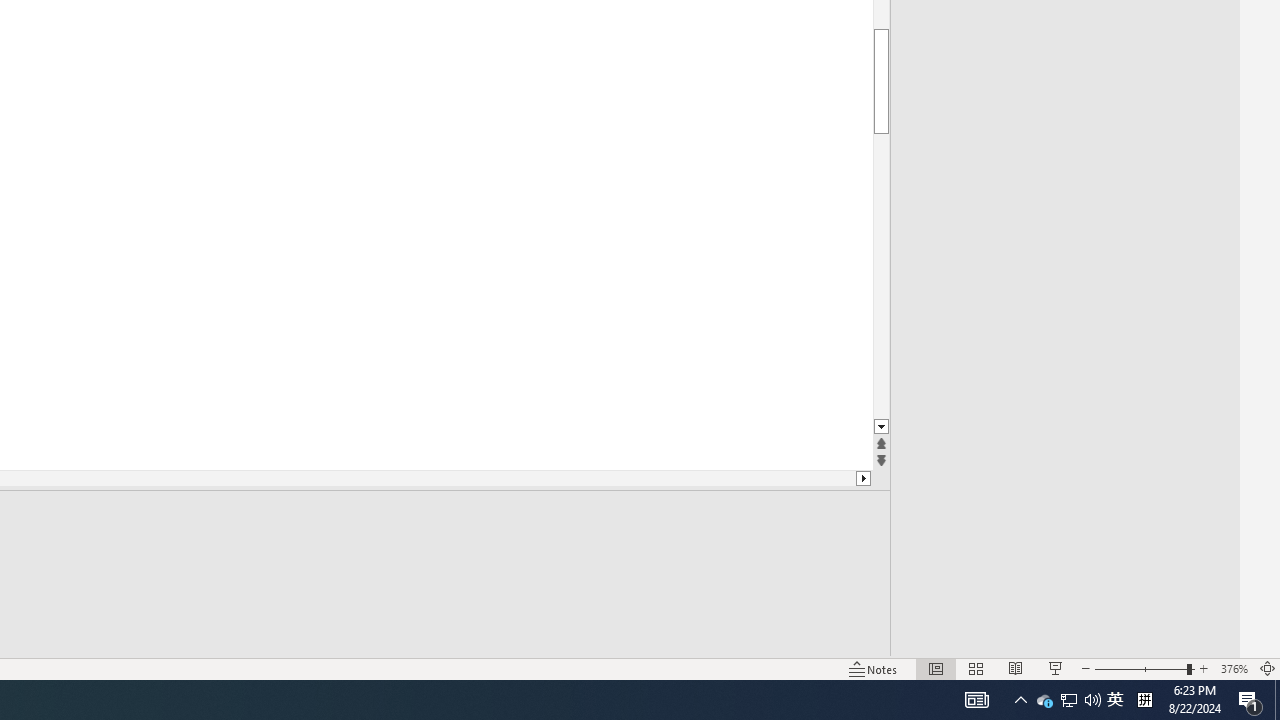 The width and height of the screenshot is (1280, 720). I want to click on 'Slide Sorter', so click(976, 669).